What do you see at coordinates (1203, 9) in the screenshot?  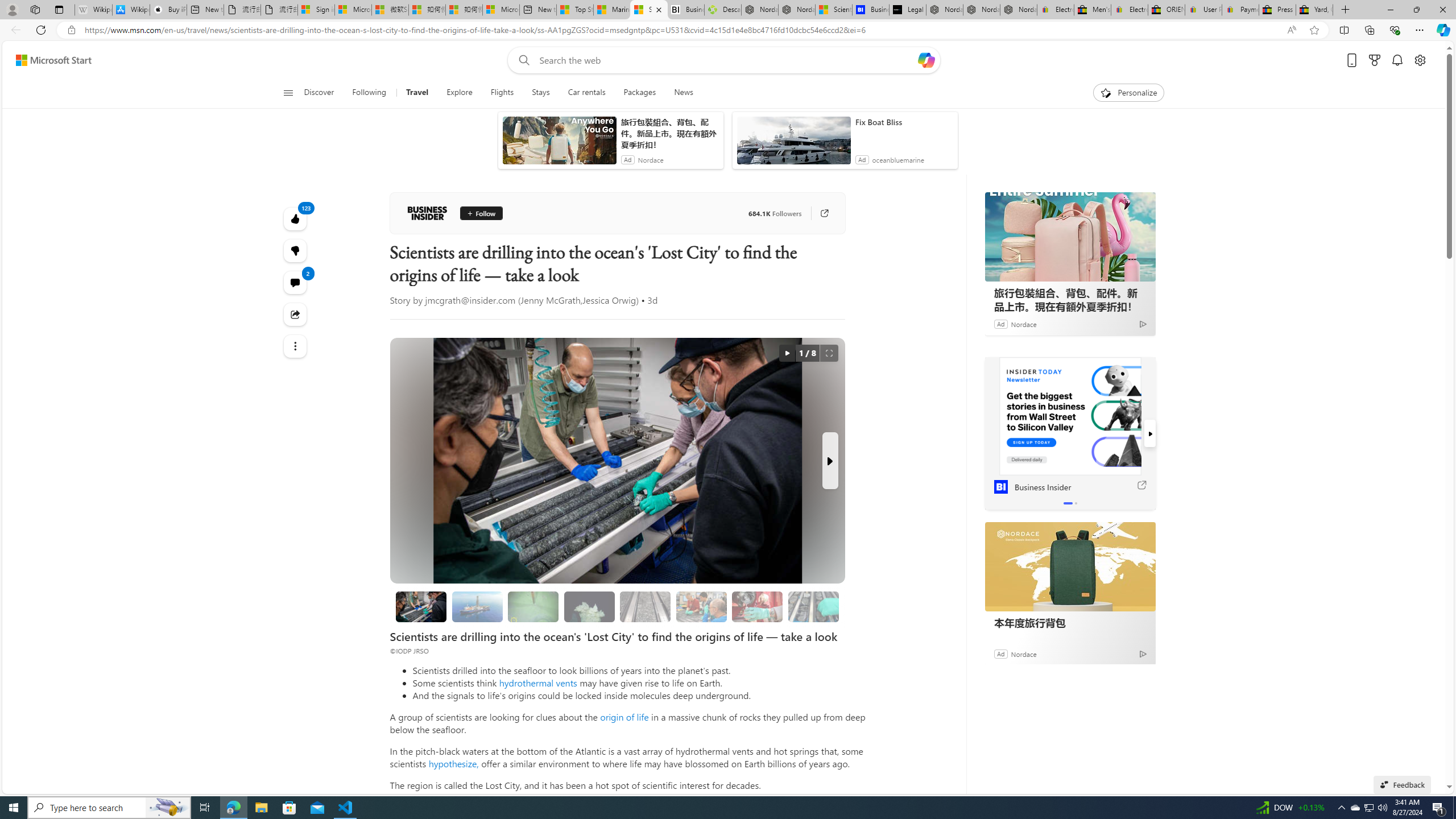 I see `'User Privacy Notice | eBay'` at bounding box center [1203, 9].